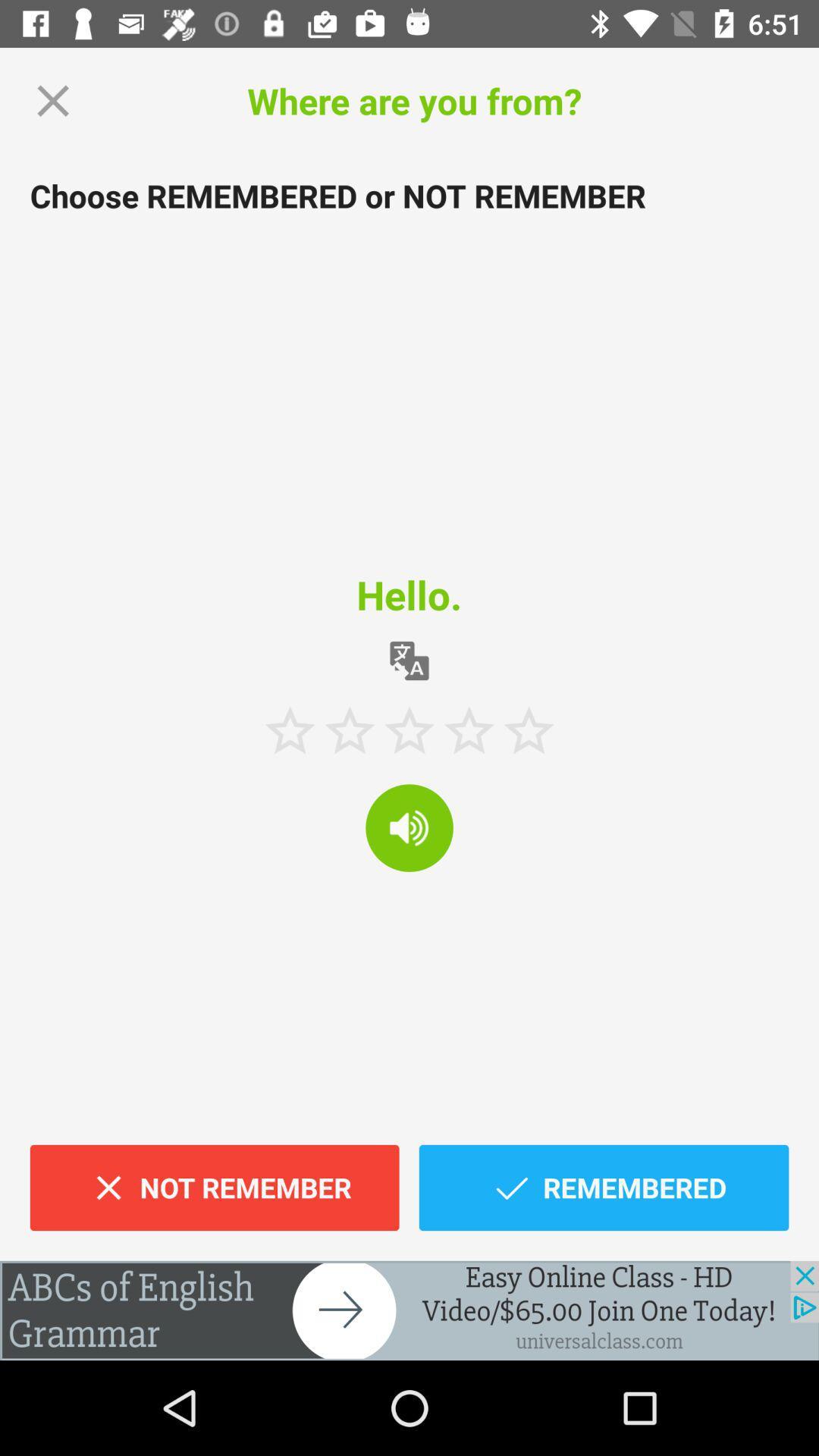  Describe the element at coordinates (409, 827) in the screenshot. I see `change volume` at that location.